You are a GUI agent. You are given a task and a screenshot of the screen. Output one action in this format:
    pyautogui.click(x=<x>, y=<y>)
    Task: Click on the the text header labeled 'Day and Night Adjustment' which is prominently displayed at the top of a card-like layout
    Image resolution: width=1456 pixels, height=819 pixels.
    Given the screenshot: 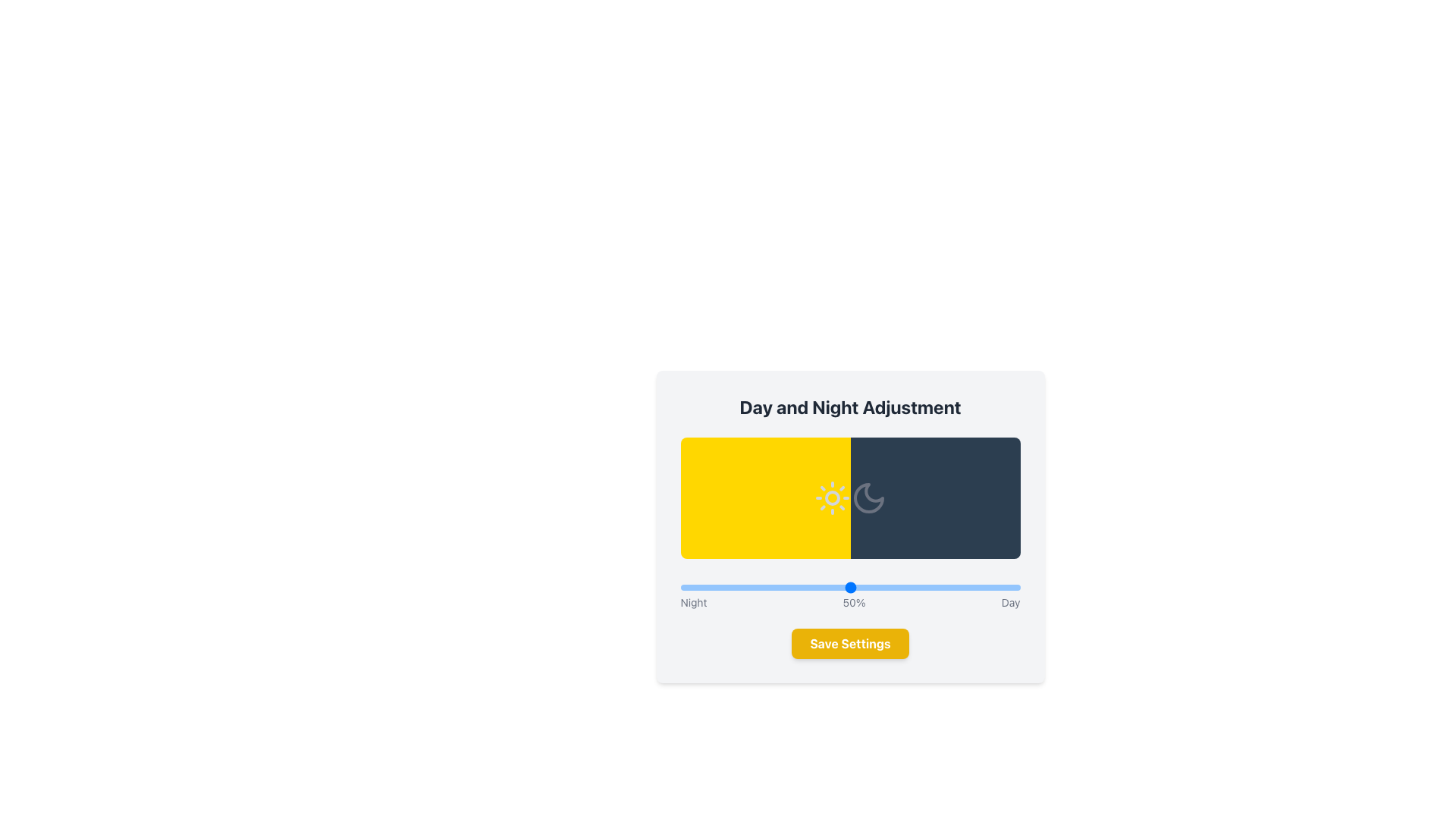 What is the action you would take?
    pyautogui.click(x=850, y=406)
    